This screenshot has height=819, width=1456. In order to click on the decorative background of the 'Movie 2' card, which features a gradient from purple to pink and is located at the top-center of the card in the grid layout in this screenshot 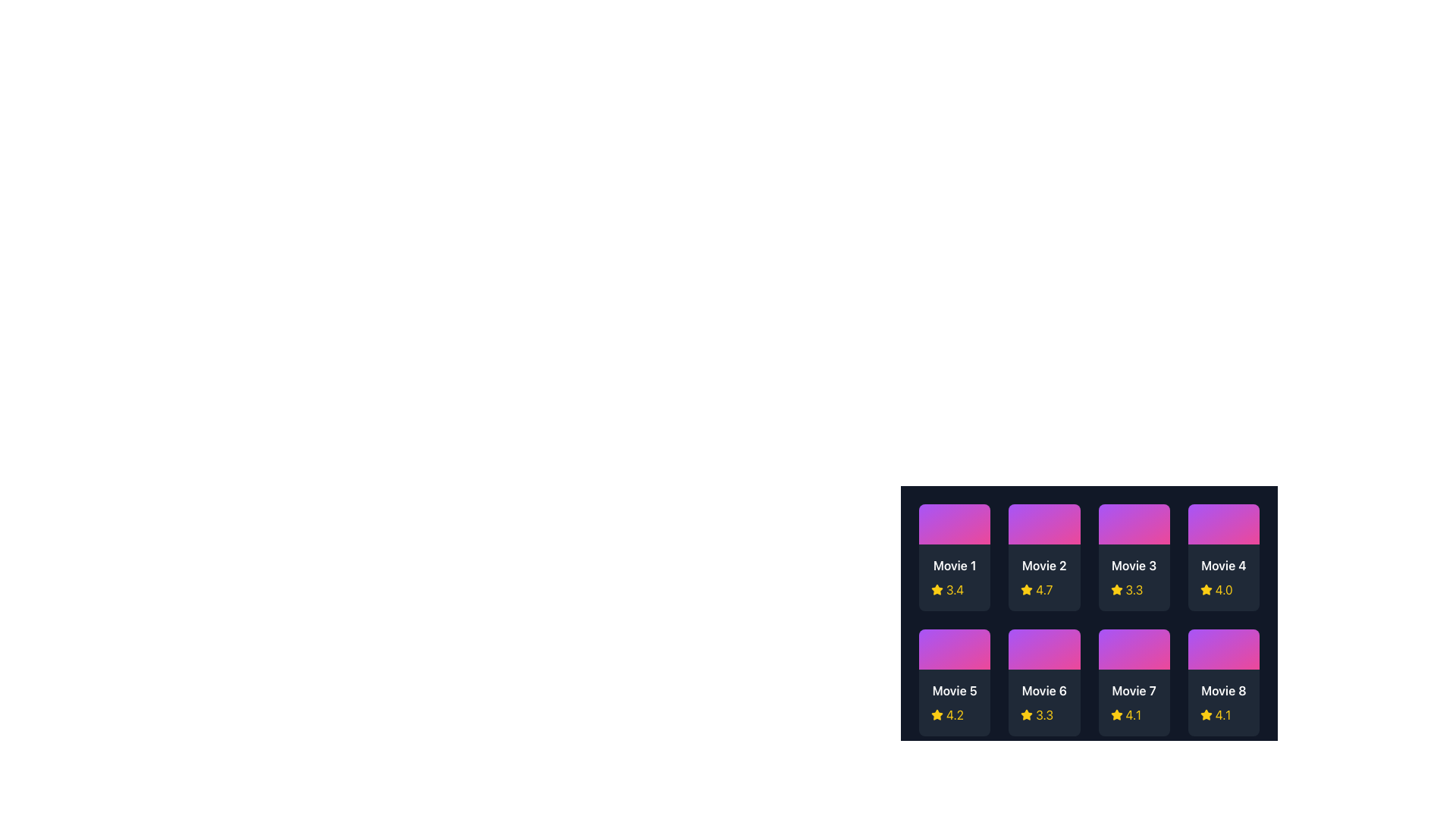, I will do `click(1043, 523)`.